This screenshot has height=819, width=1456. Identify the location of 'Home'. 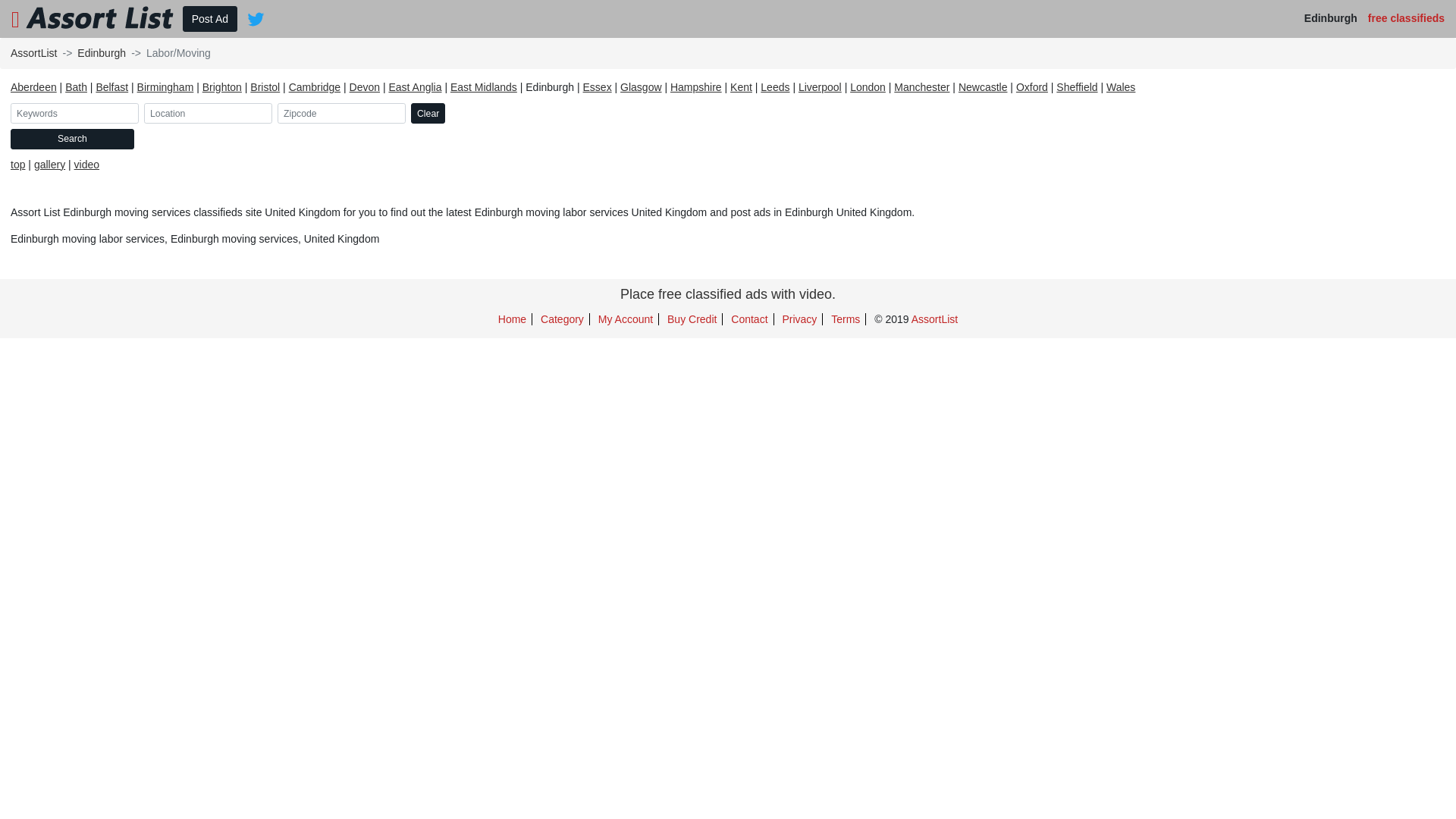
(512, 318).